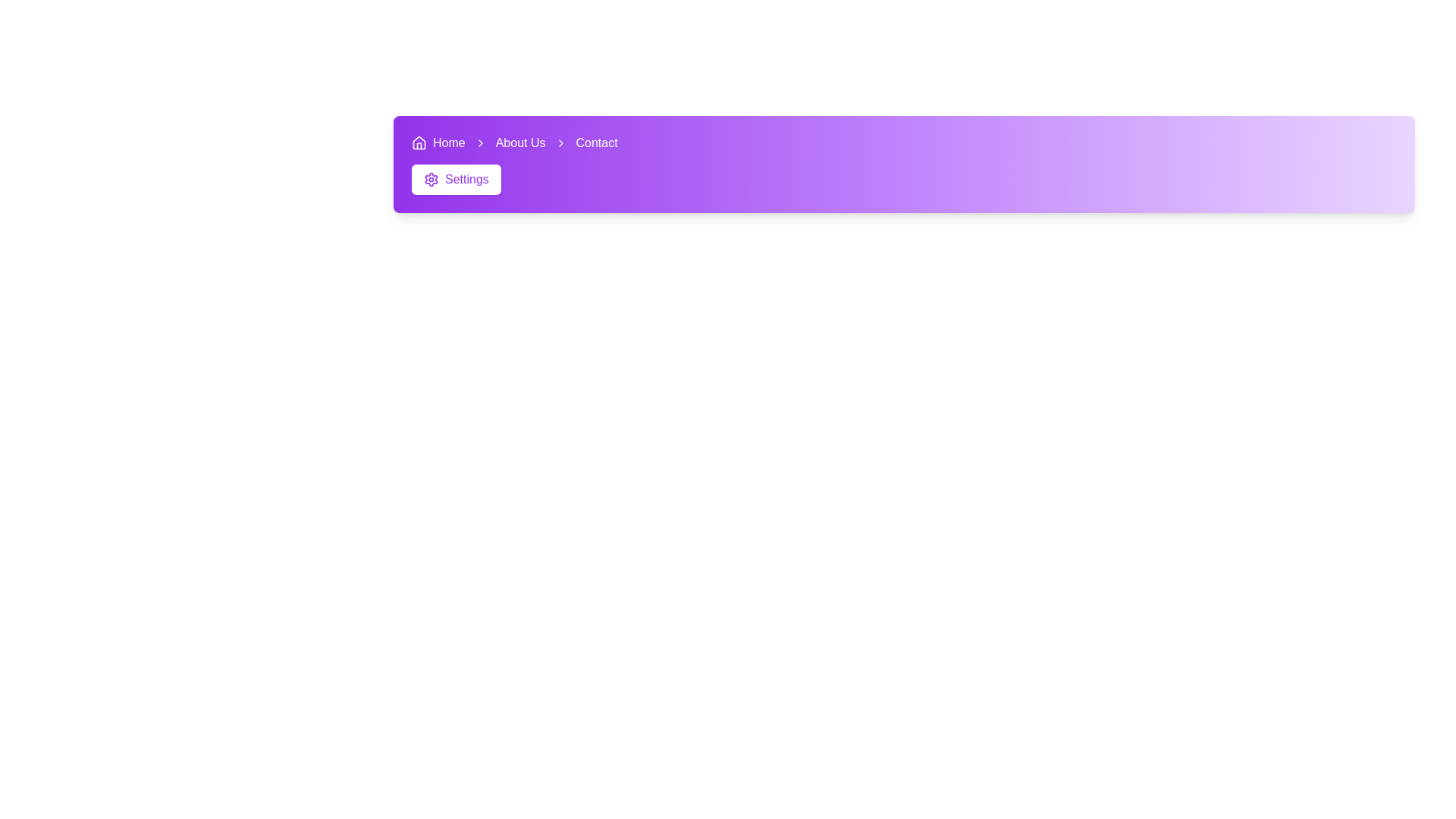  What do you see at coordinates (419, 143) in the screenshot?
I see `the house icon in the navigation bar, which is located to the left of the 'Home' text and represents the main page function` at bounding box center [419, 143].